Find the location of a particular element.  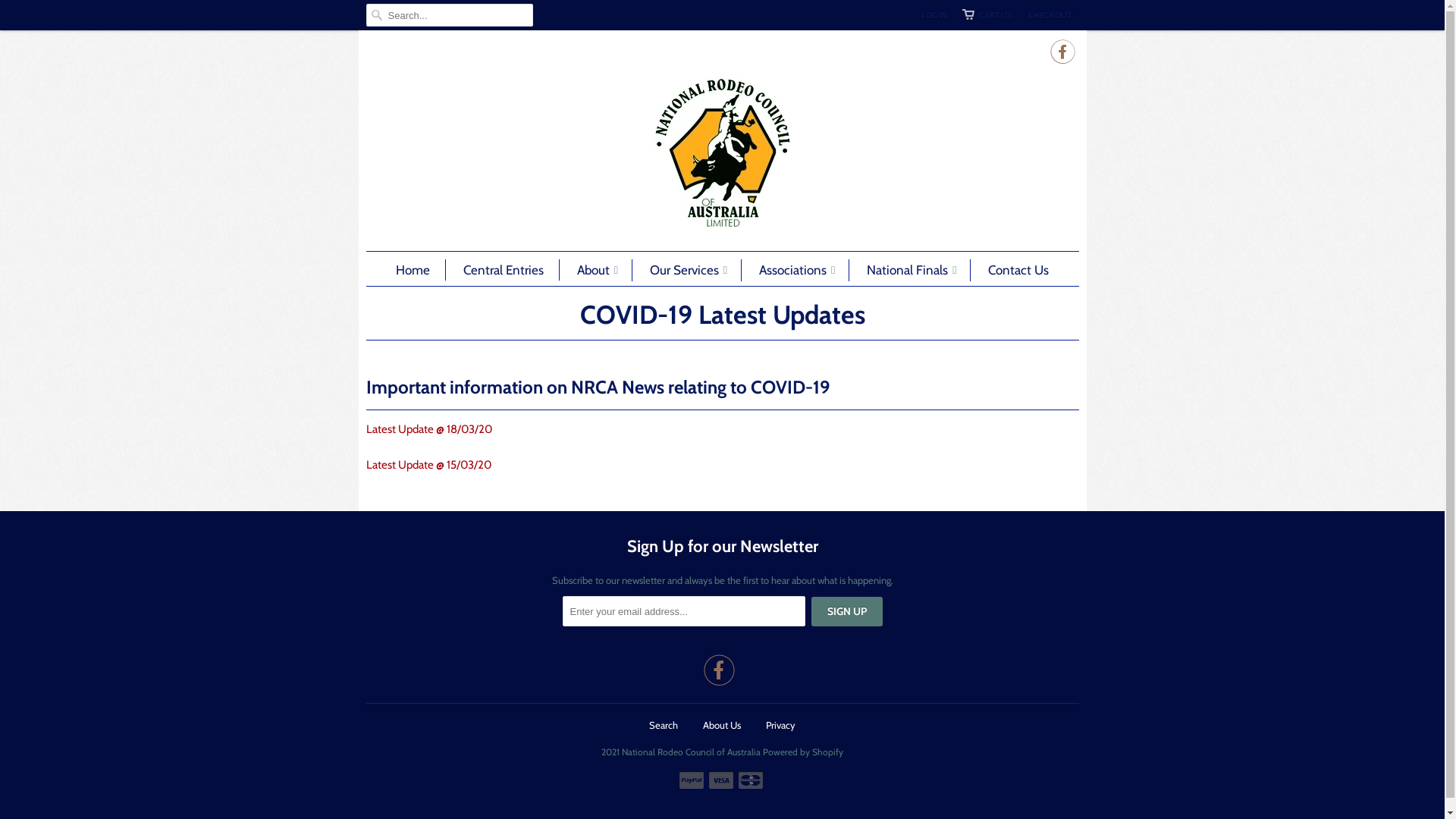

'Powered by Shopify' is located at coordinates (802, 746).